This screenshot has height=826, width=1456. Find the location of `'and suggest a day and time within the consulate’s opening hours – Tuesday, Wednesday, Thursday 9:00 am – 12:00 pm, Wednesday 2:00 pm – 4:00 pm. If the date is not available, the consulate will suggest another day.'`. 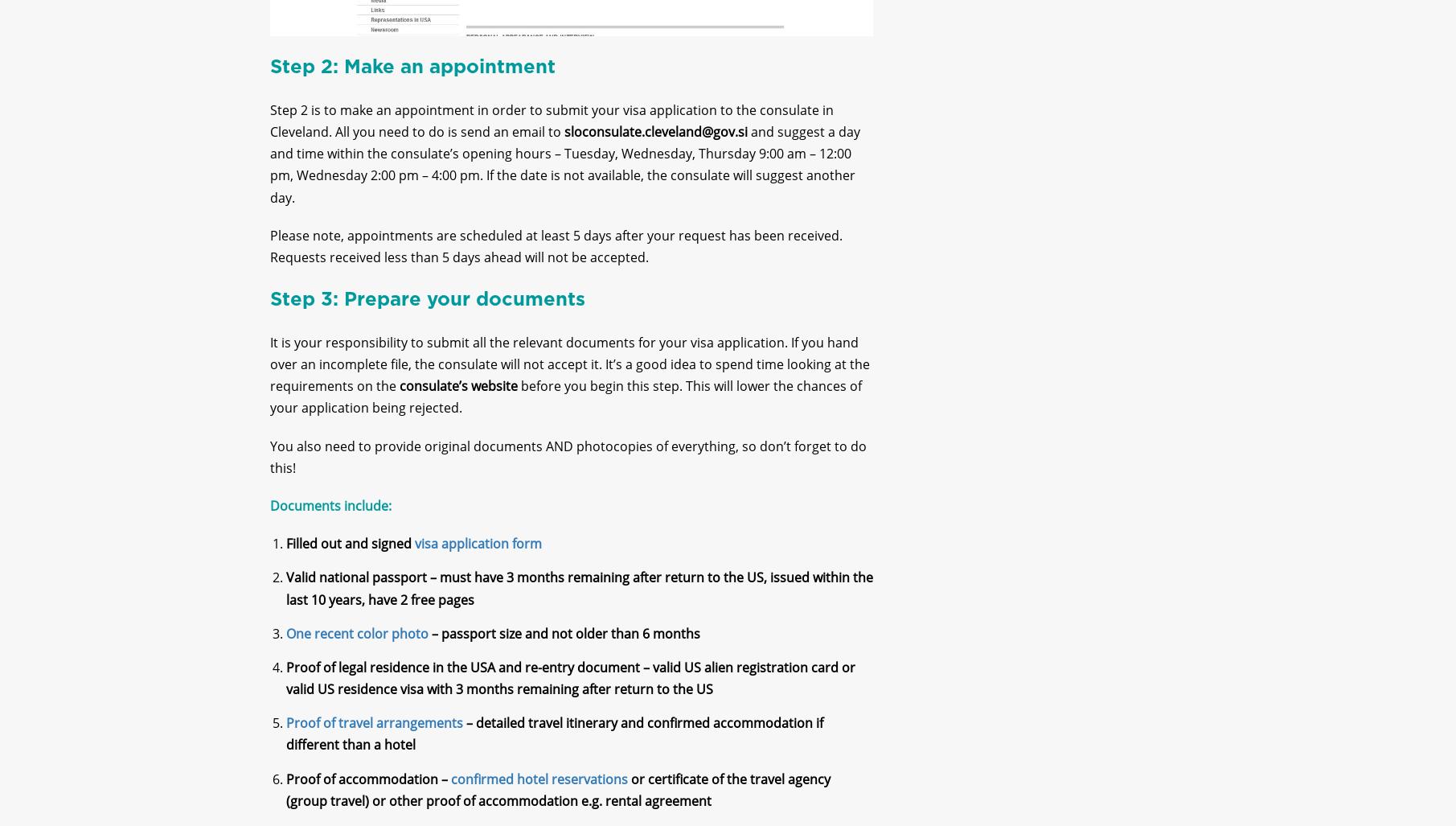

'and suggest a day and time within the consulate’s opening hours – Tuesday, Wednesday, Thursday 9:00 am – 12:00 pm, Wednesday 2:00 pm – 4:00 pm. If the date is not available, the consulate will suggest another day.' is located at coordinates (564, 177).